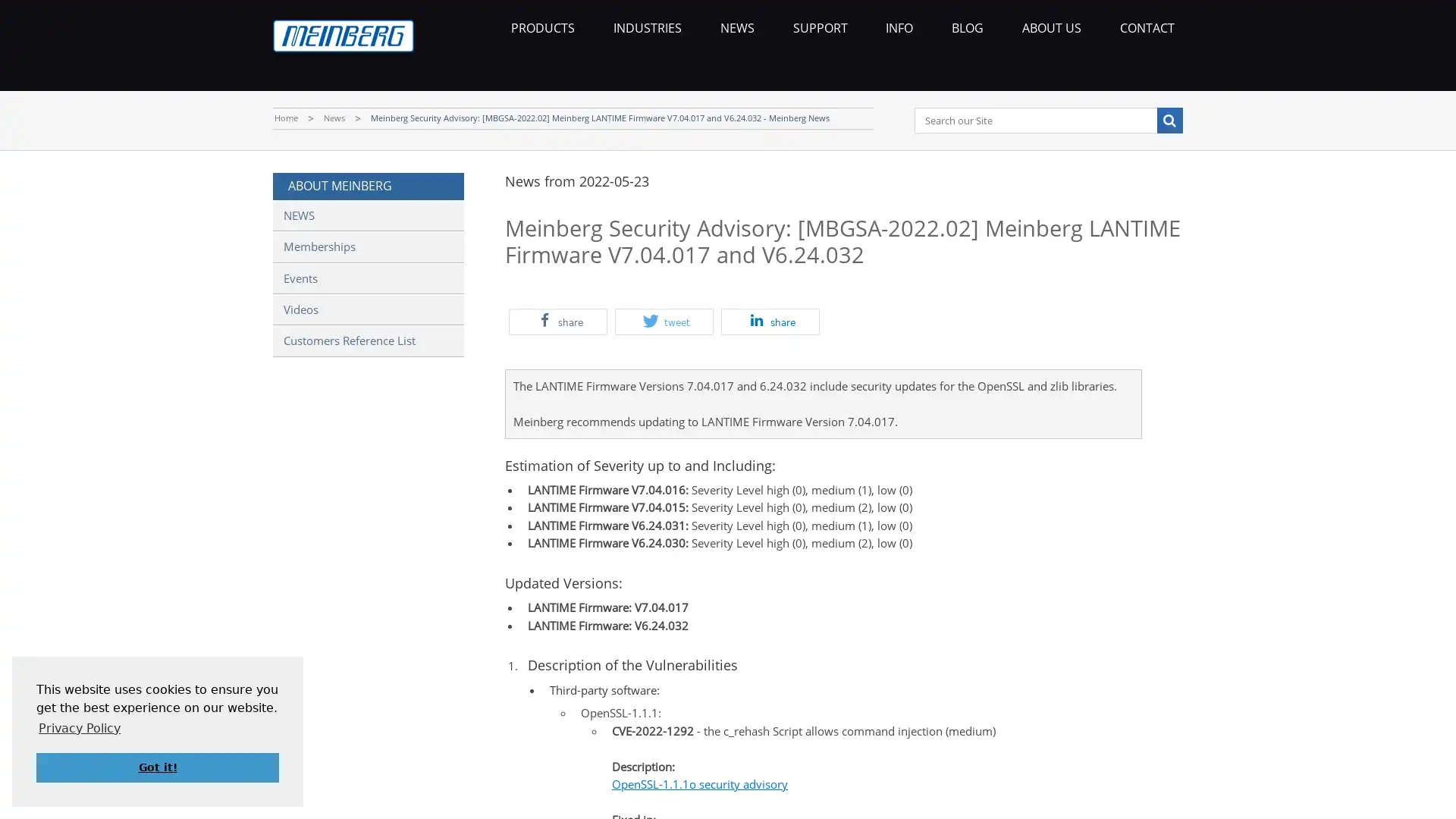  I want to click on dismiss cookie message, so click(157, 767).